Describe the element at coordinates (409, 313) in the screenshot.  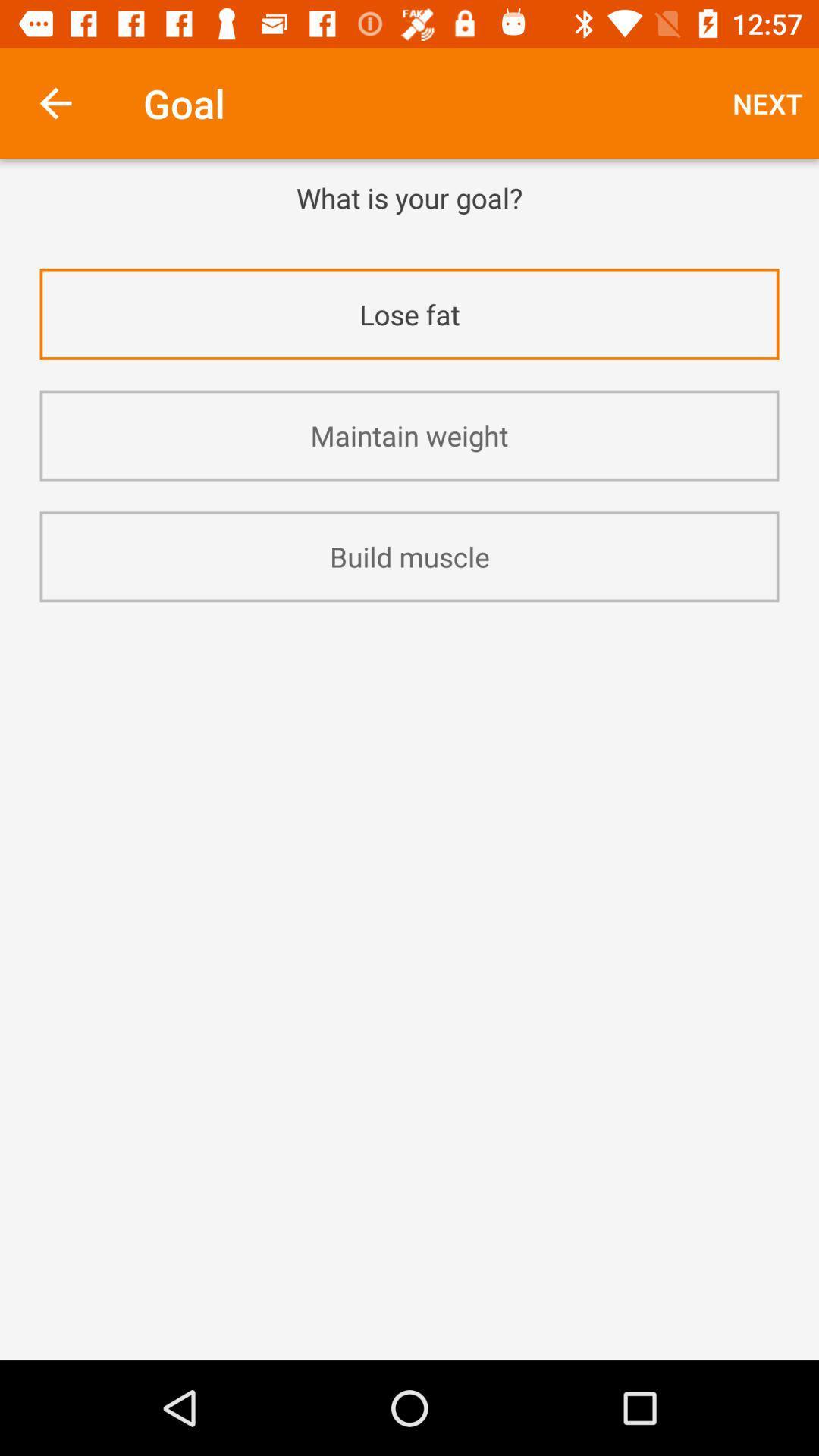
I see `lose fat item` at that location.